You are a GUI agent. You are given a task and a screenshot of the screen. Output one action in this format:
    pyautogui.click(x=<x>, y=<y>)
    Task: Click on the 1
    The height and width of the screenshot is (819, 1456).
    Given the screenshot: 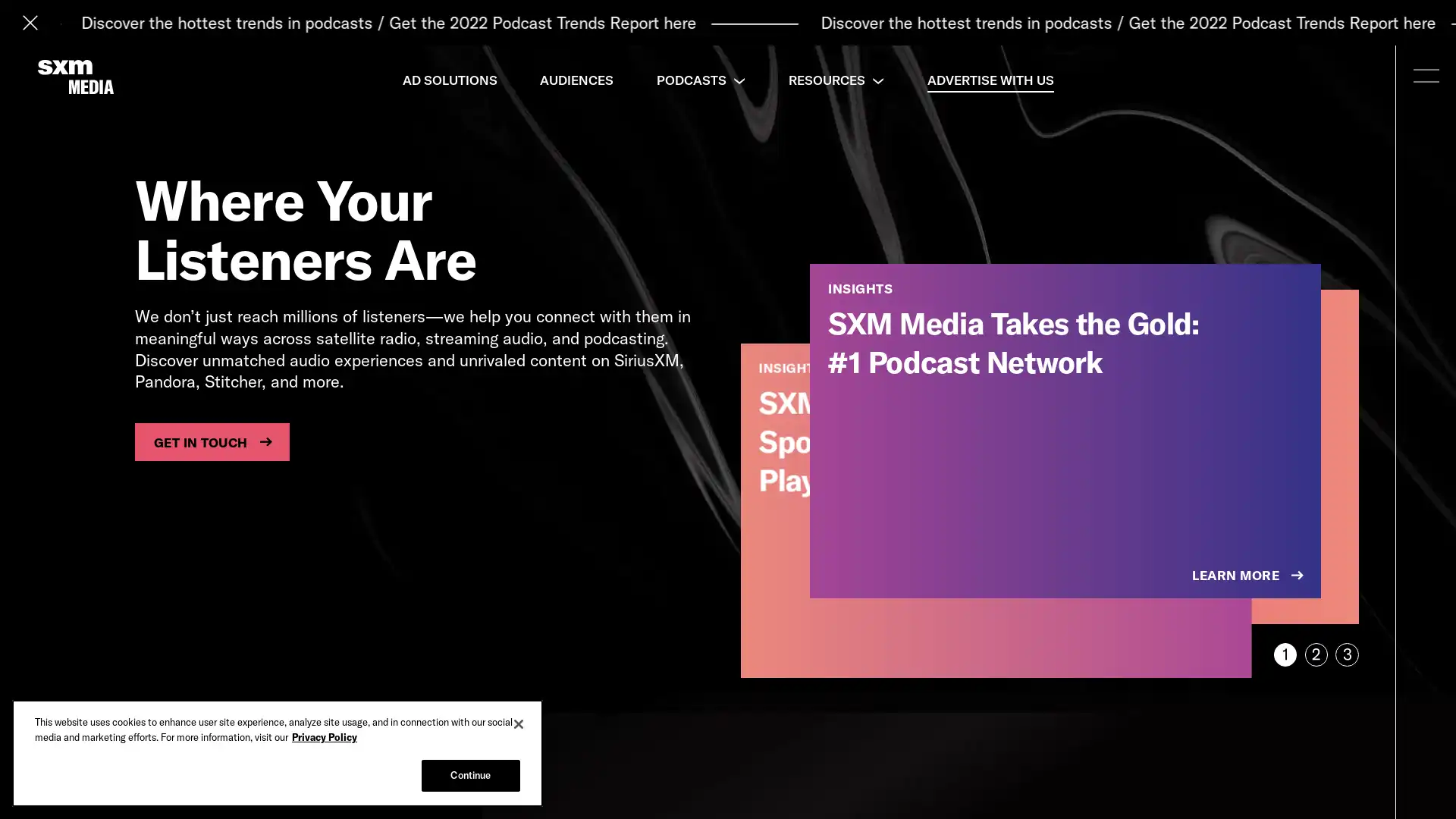 What is the action you would take?
    pyautogui.click(x=1284, y=654)
    